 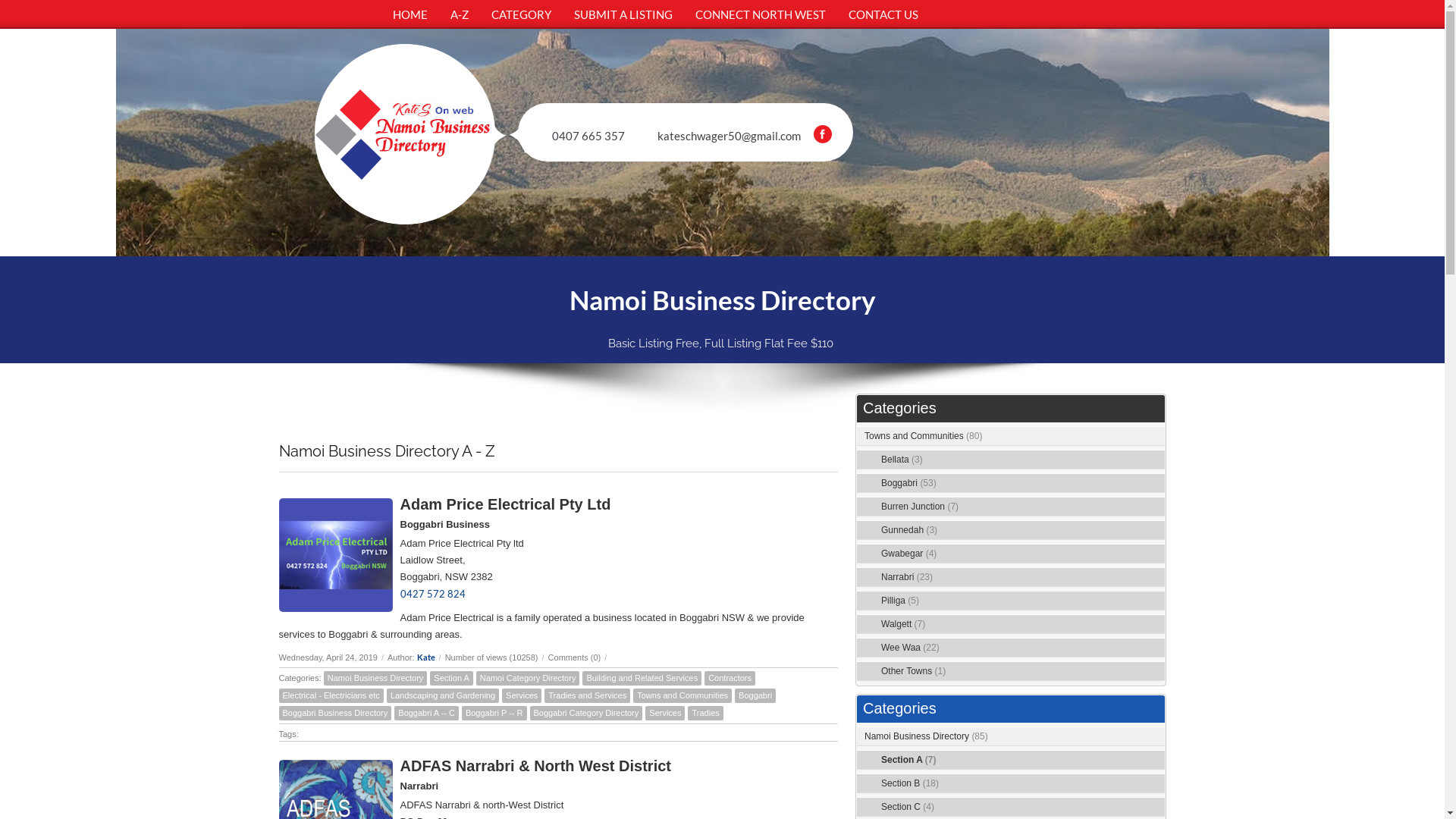 What do you see at coordinates (730, 677) in the screenshot?
I see `'Contractors'` at bounding box center [730, 677].